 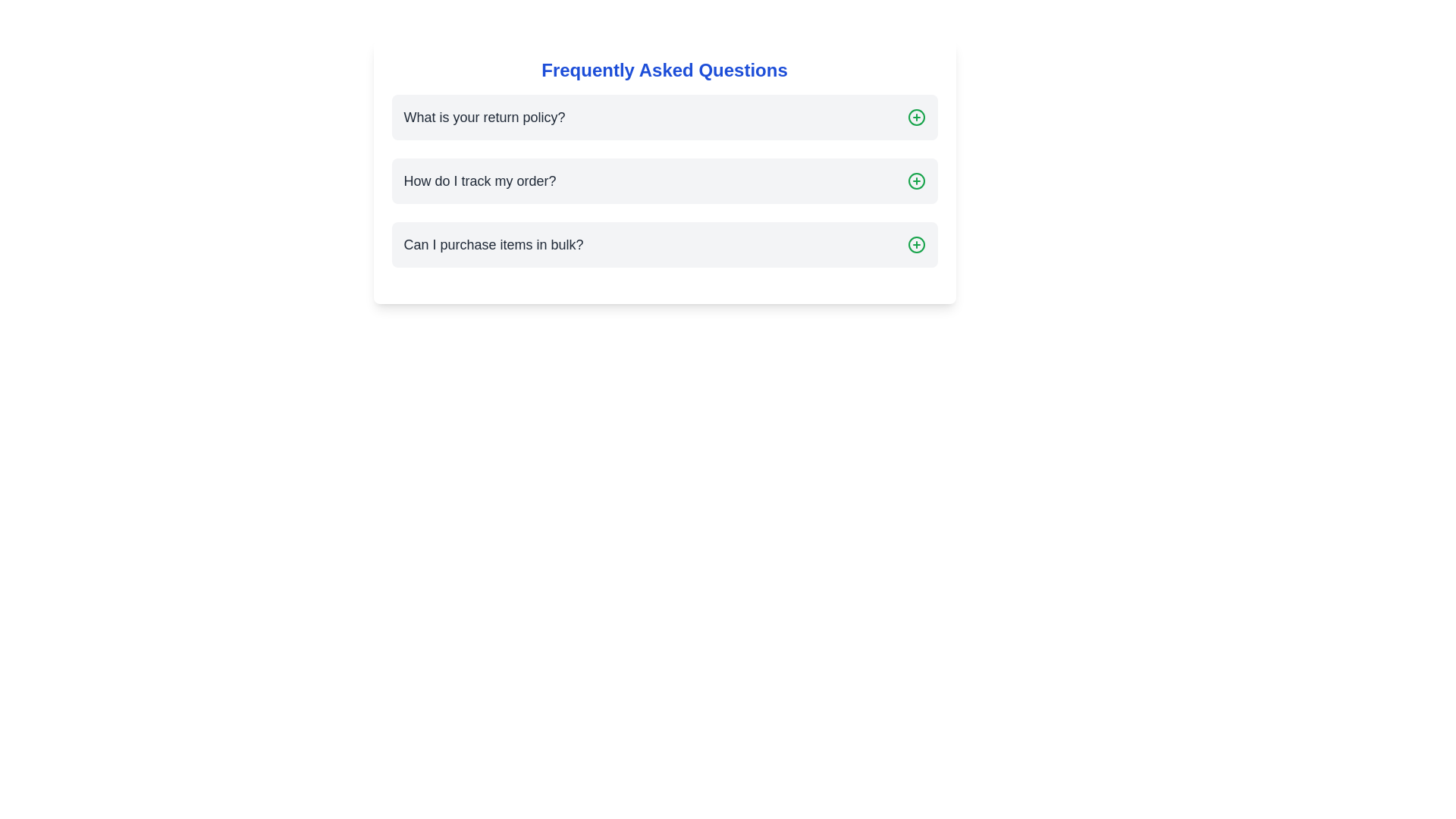 I want to click on the toggle button located on the far right of the bar labeled 'What is your return policy?', so click(x=915, y=116).